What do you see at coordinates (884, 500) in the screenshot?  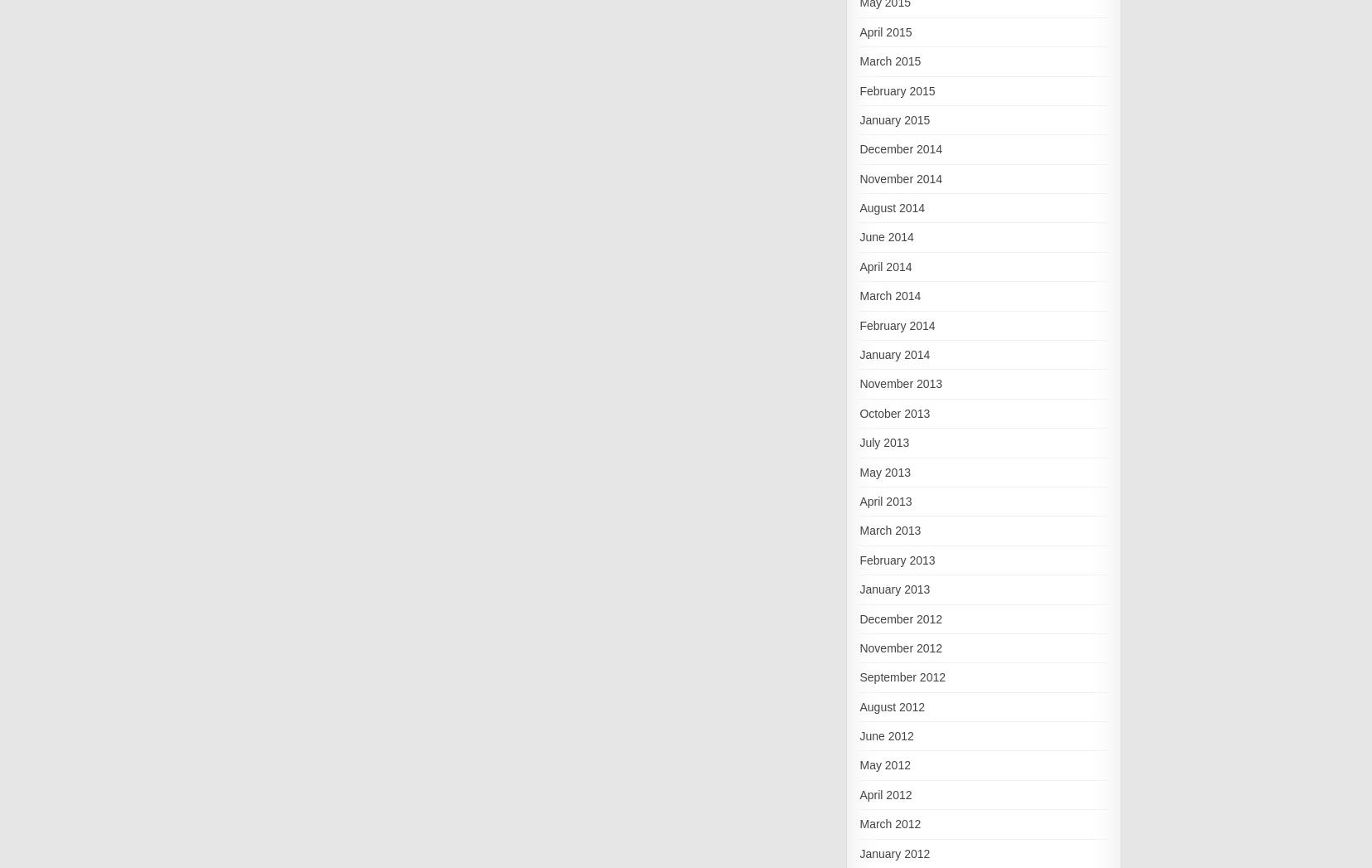 I see `'April 2013'` at bounding box center [884, 500].